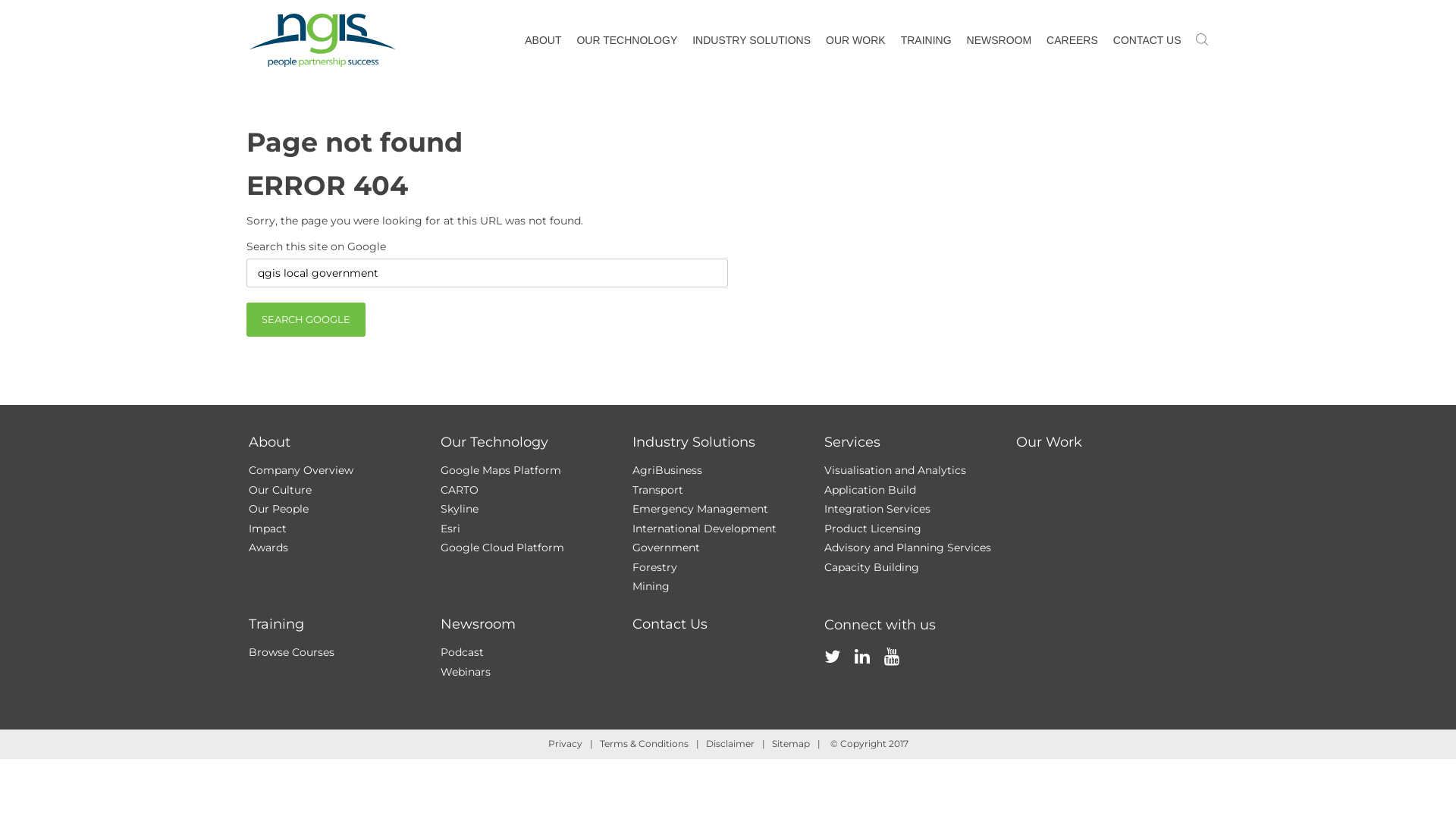  What do you see at coordinates (789, 742) in the screenshot?
I see `'Sitemap'` at bounding box center [789, 742].